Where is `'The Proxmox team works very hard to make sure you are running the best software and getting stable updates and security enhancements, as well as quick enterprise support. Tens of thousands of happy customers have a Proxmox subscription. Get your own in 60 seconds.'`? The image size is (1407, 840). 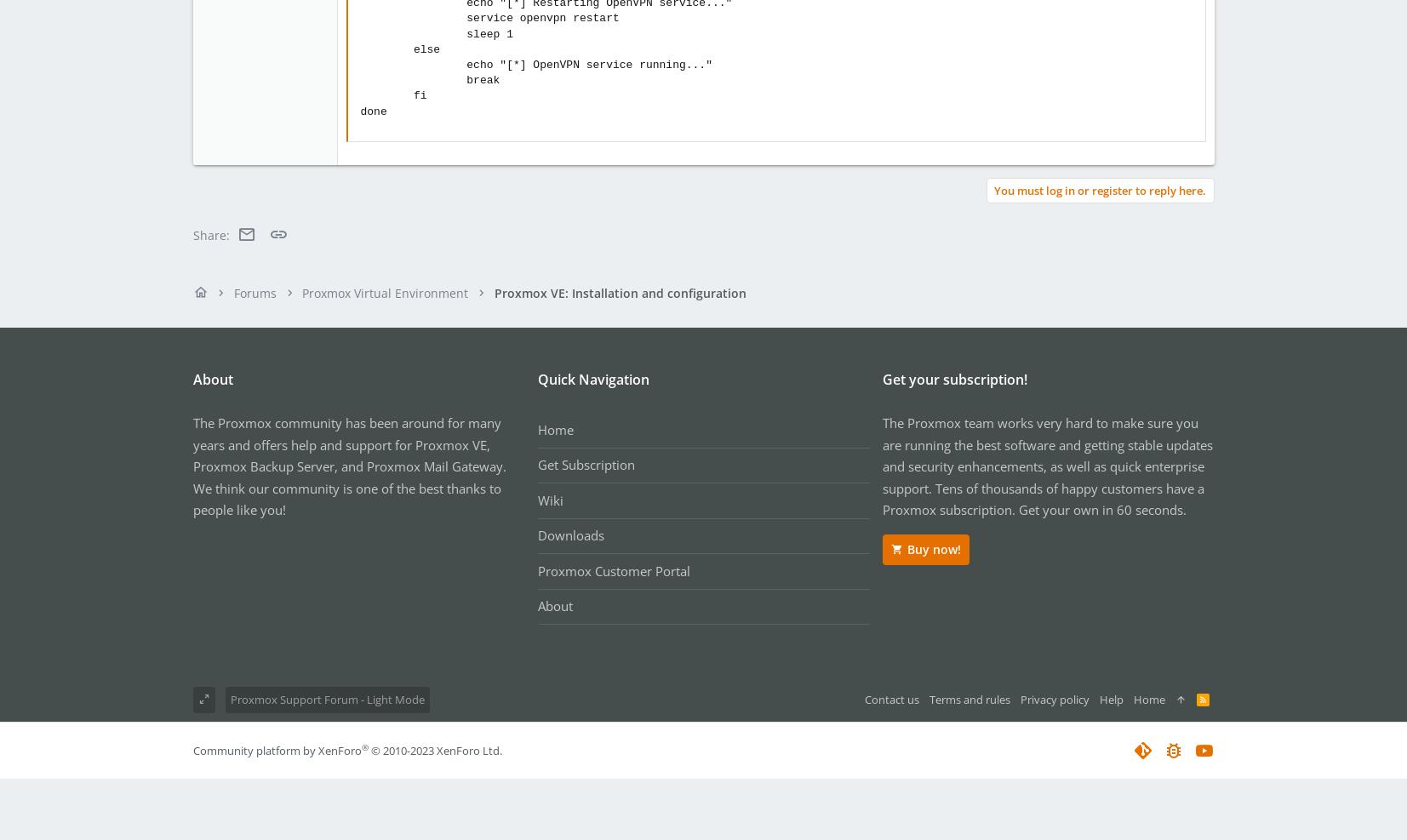
'The Proxmox team works very hard to make sure you are running the best software and getting stable updates and security enhancements, as well as quick enterprise support. Tens of thousands of happy customers have a Proxmox subscription. Get your own in 60 seconds.' is located at coordinates (881, 466).